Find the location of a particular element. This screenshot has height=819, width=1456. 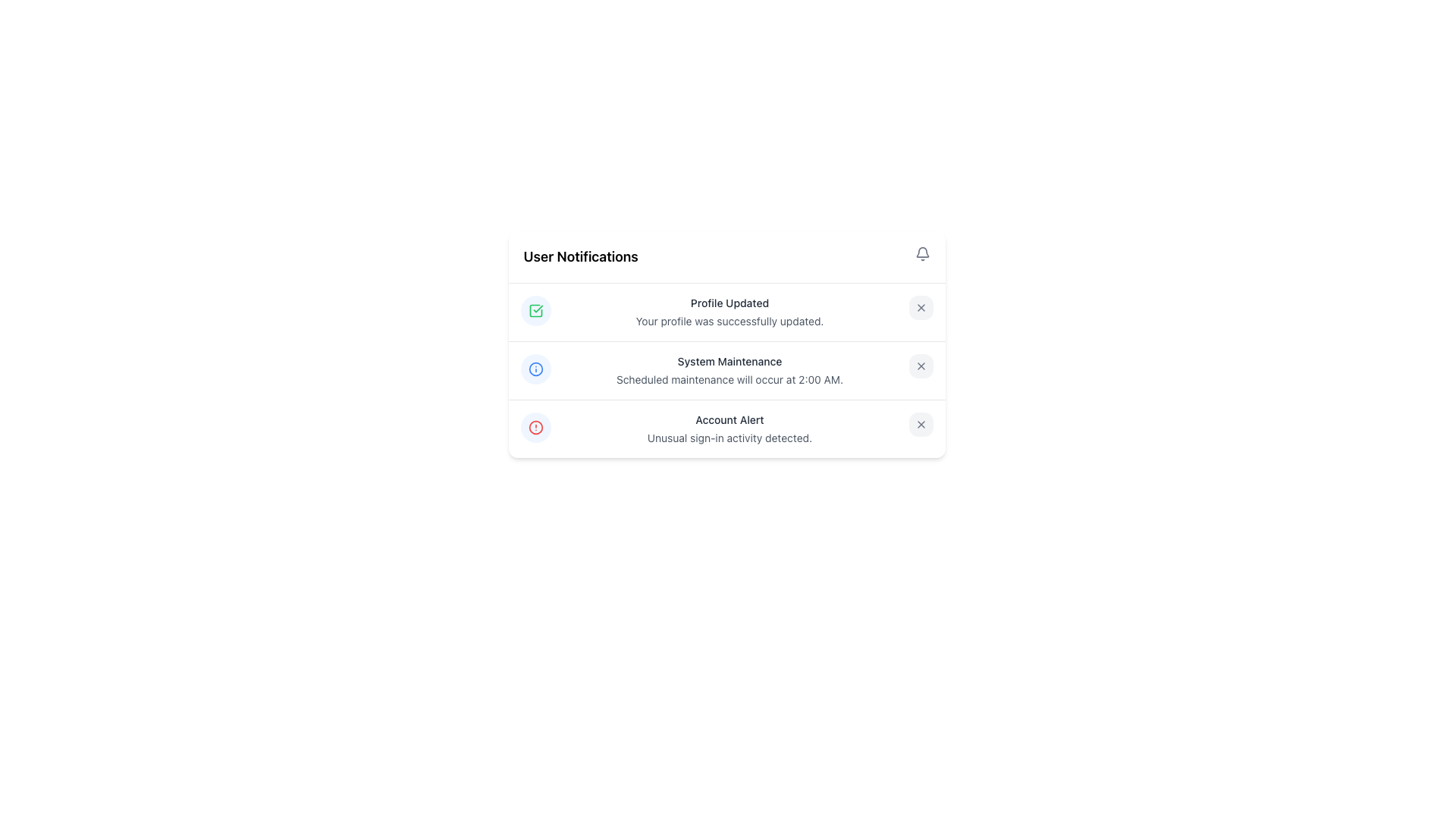

the Notification card which alerts the user about unusual sign-in activity, located as the third item in a vertically stacked list of notifications is located at coordinates (726, 428).